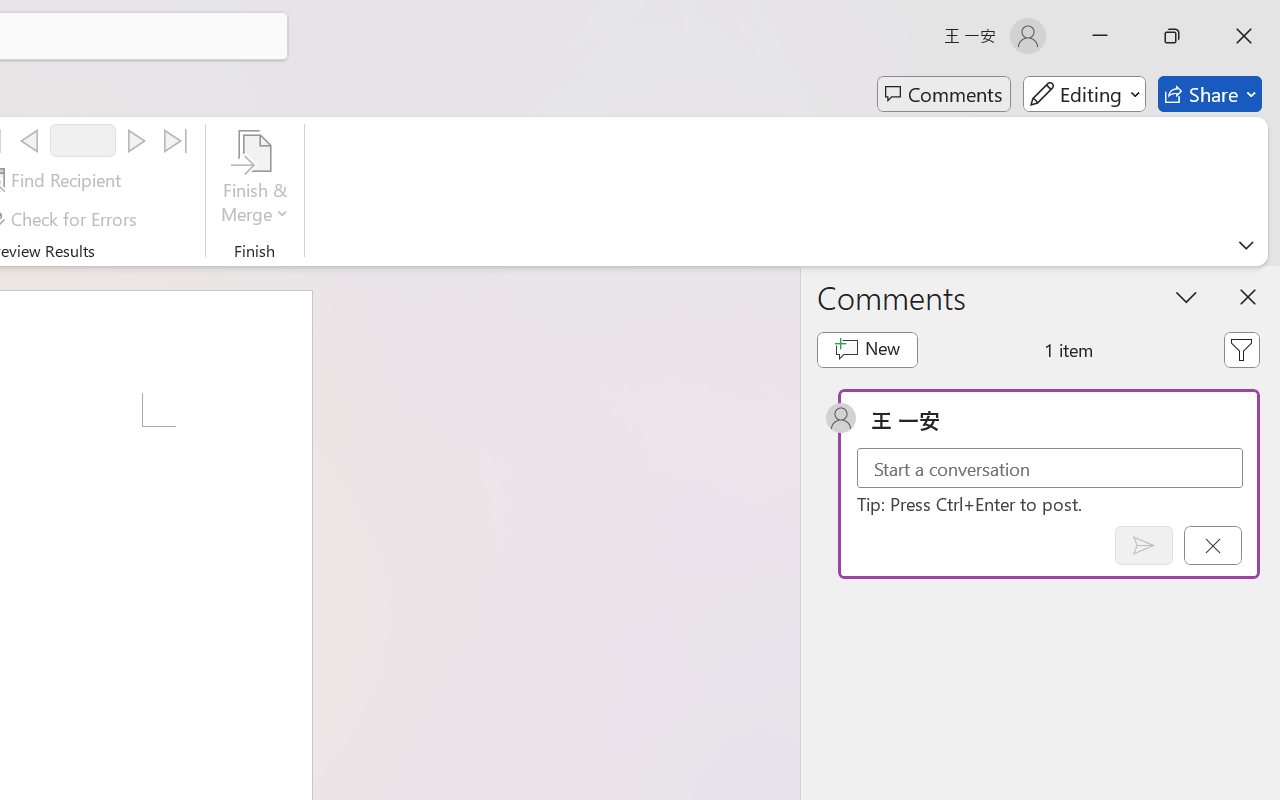 The image size is (1280, 800). What do you see at coordinates (1211, 545) in the screenshot?
I see `'Cancel'` at bounding box center [1211, 545].